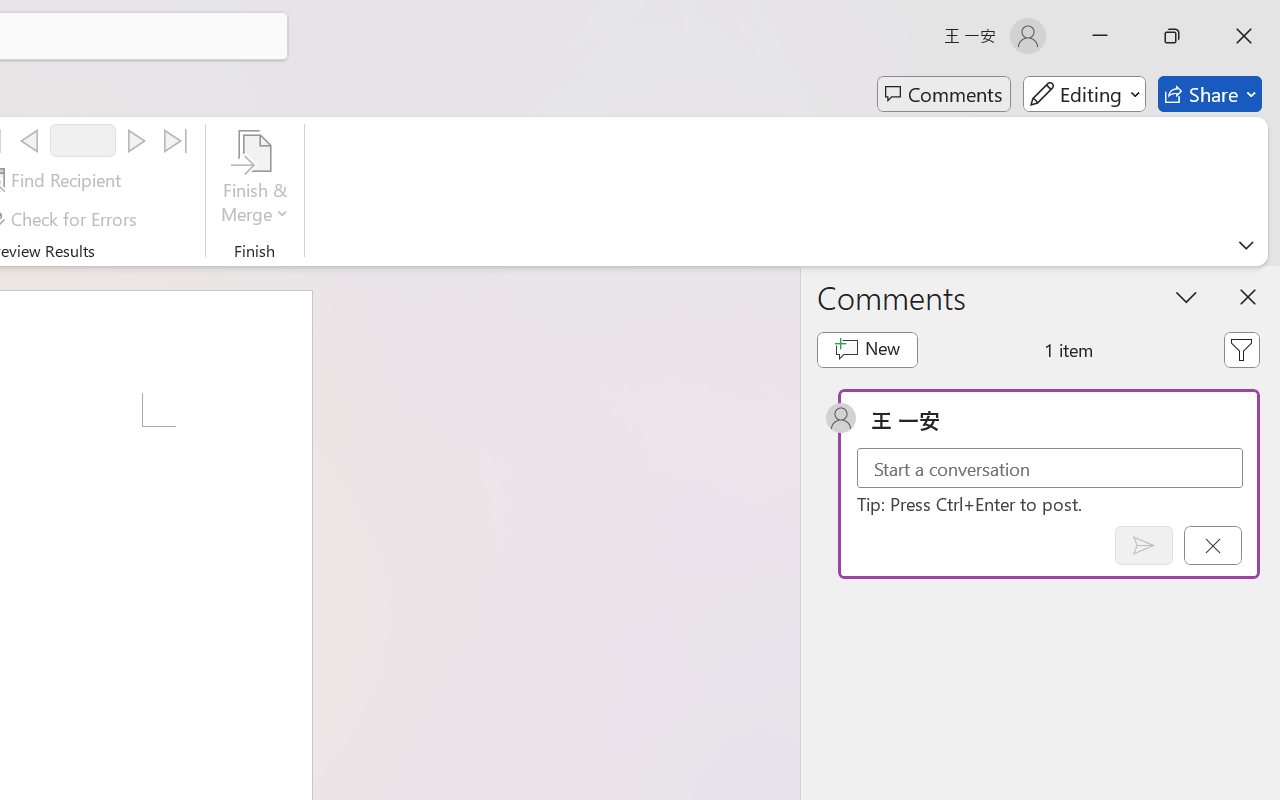 The image size is (1280, 800). What do you see at coordinates (1211, 545) in the screenshot?
I see `'Cancel'` at bounding box center [1211, 545].